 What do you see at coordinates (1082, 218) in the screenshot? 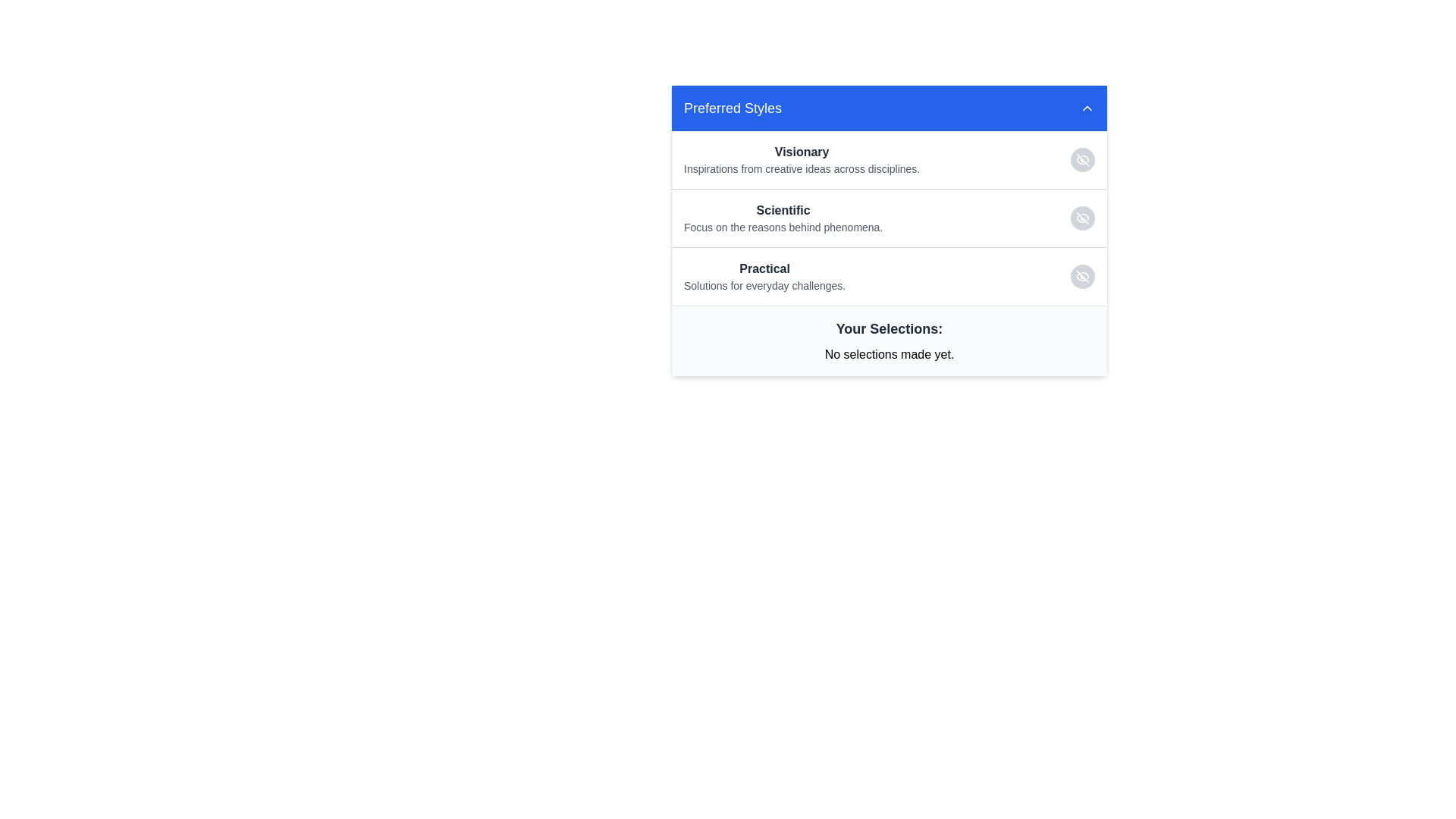
I see `the eye-off icon located to the right of the 'Scientific' entry in the 'Preferred Styles' section` at bounding box center [1082, 218].